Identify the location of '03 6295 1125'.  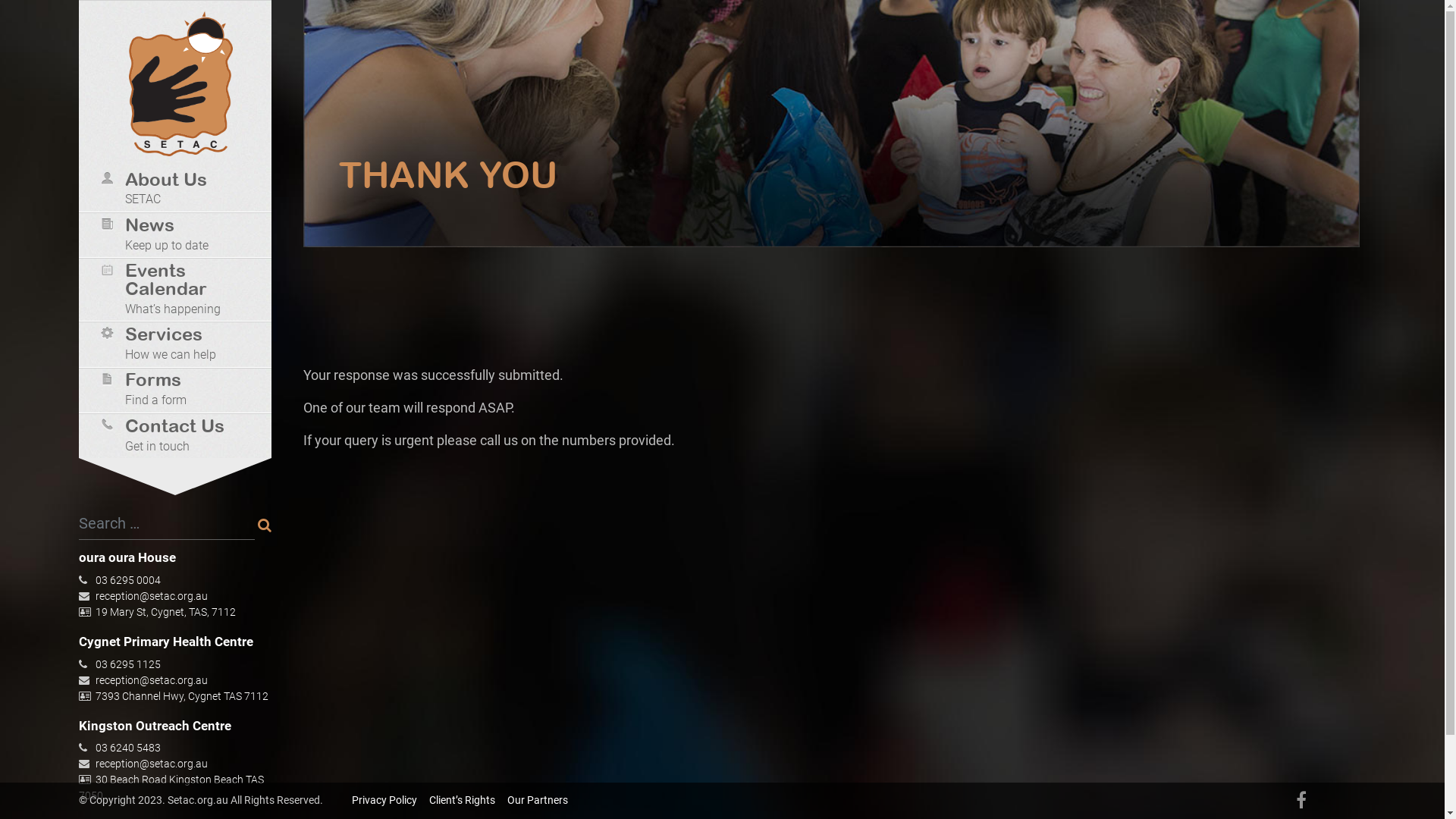
(127, 663).